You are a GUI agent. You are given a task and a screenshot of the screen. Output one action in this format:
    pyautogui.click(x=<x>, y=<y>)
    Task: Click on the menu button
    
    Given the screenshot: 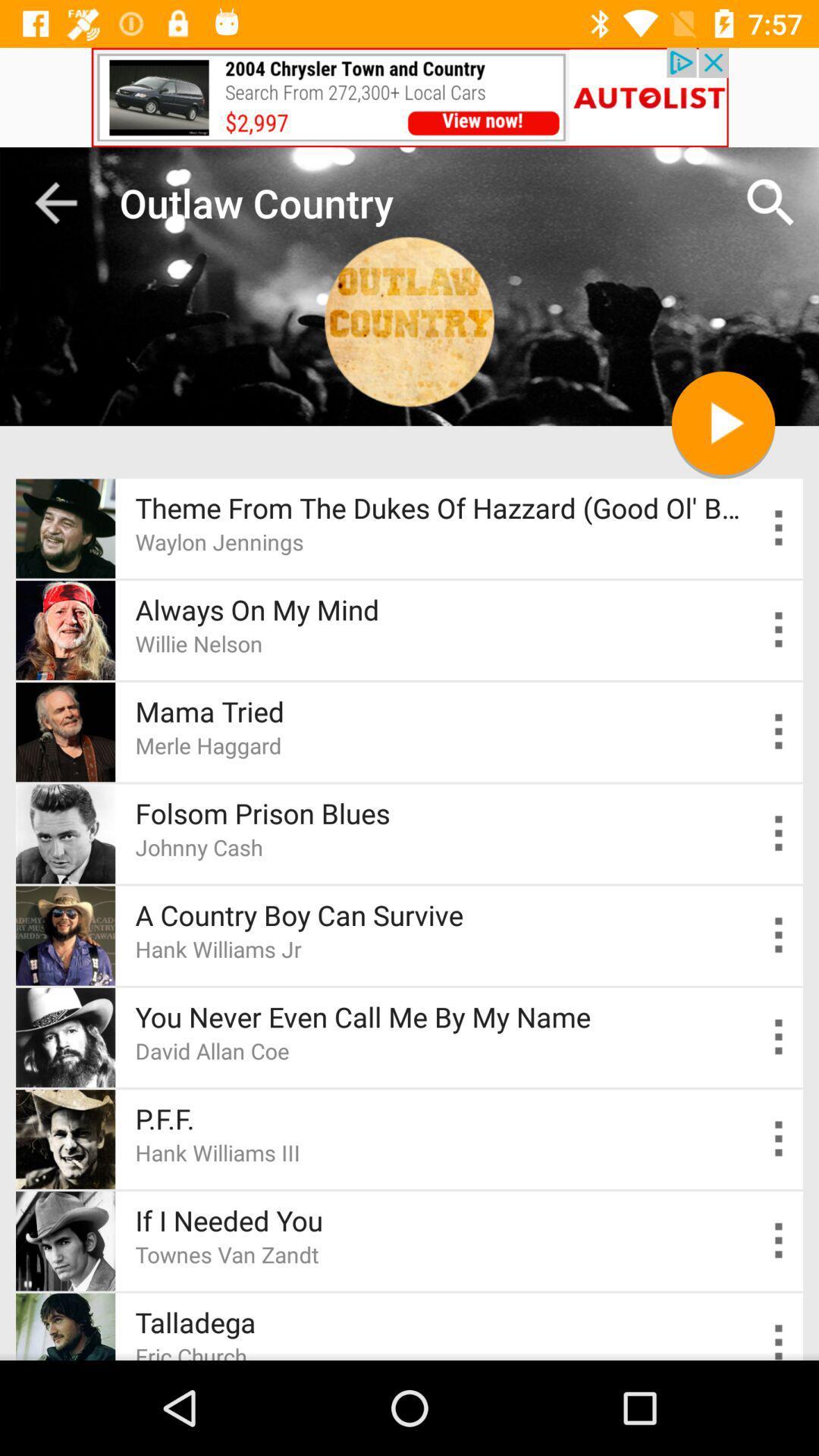 What is the action you would take?
    pyautogui.click(x=779, y=1037)
    